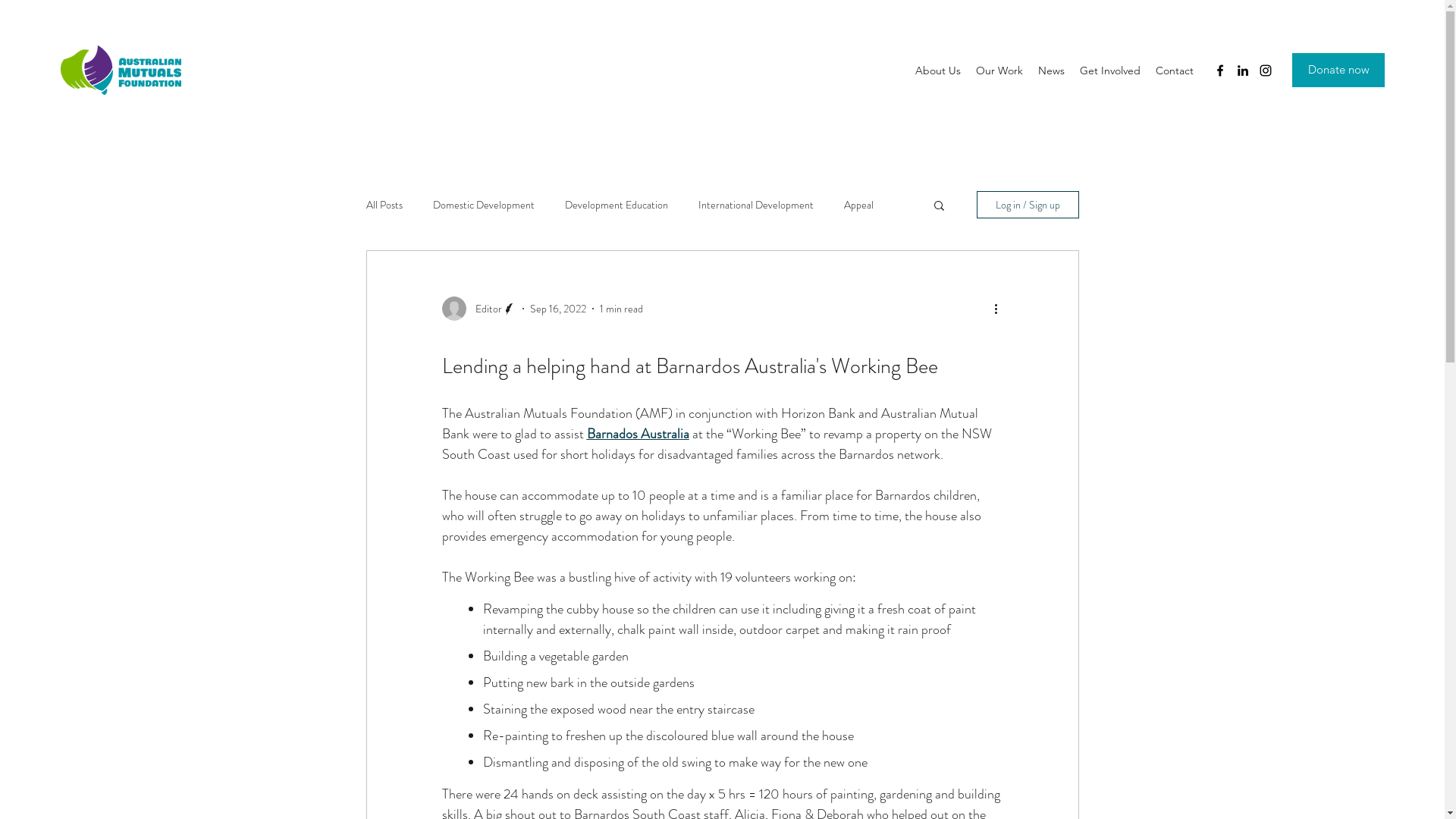  Describe the element at coordinates (1072, 70) in the screenshot. I see `'Get Involved'` at that location.